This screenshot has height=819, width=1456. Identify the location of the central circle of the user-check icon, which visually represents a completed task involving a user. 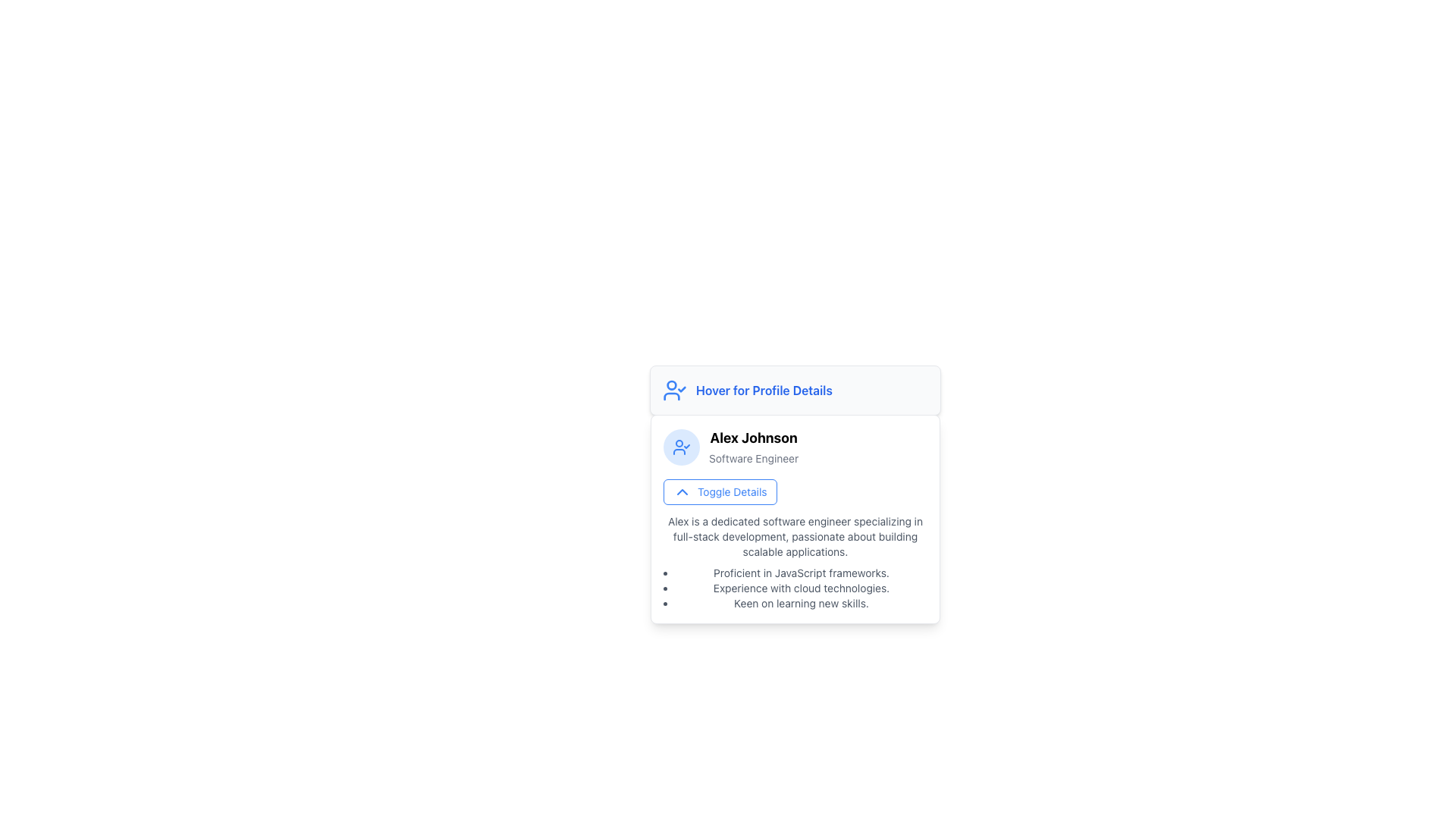
(671, 384).